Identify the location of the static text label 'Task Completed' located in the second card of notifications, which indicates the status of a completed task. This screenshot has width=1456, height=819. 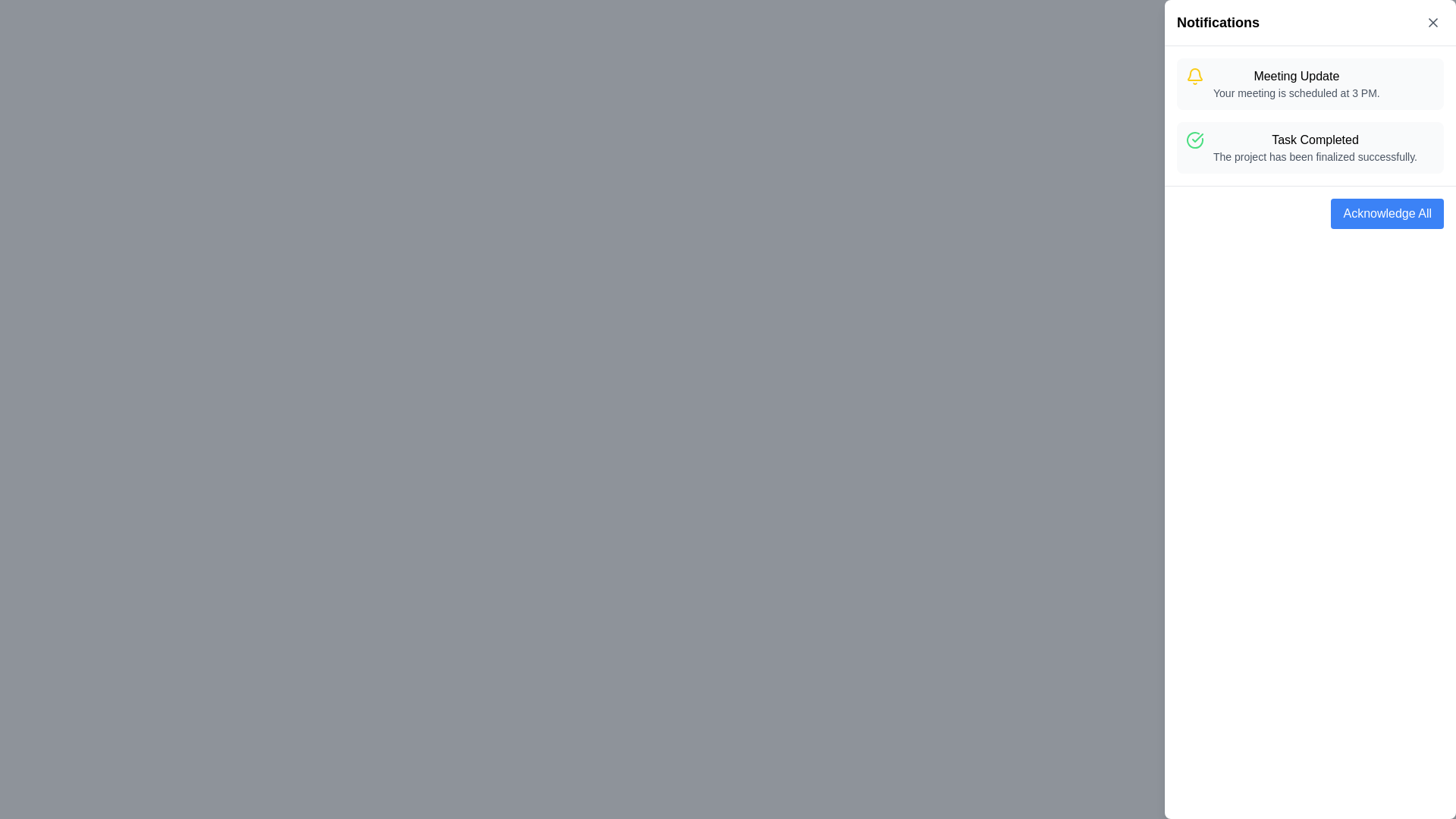
(1314, 140).